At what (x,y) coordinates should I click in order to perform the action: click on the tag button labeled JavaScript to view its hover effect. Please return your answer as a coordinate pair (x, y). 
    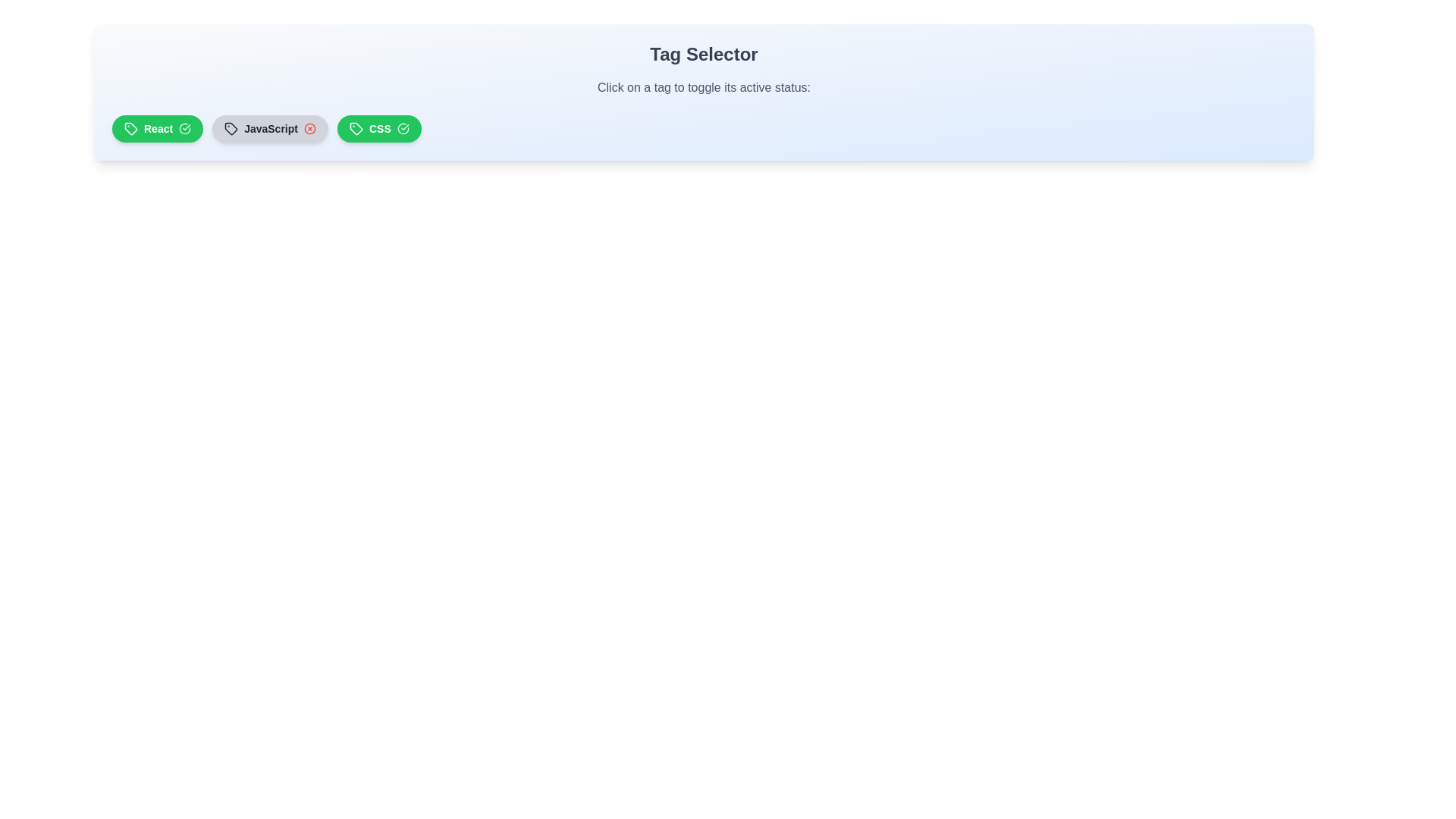
    Looking at the image, I should click on (269, 127).